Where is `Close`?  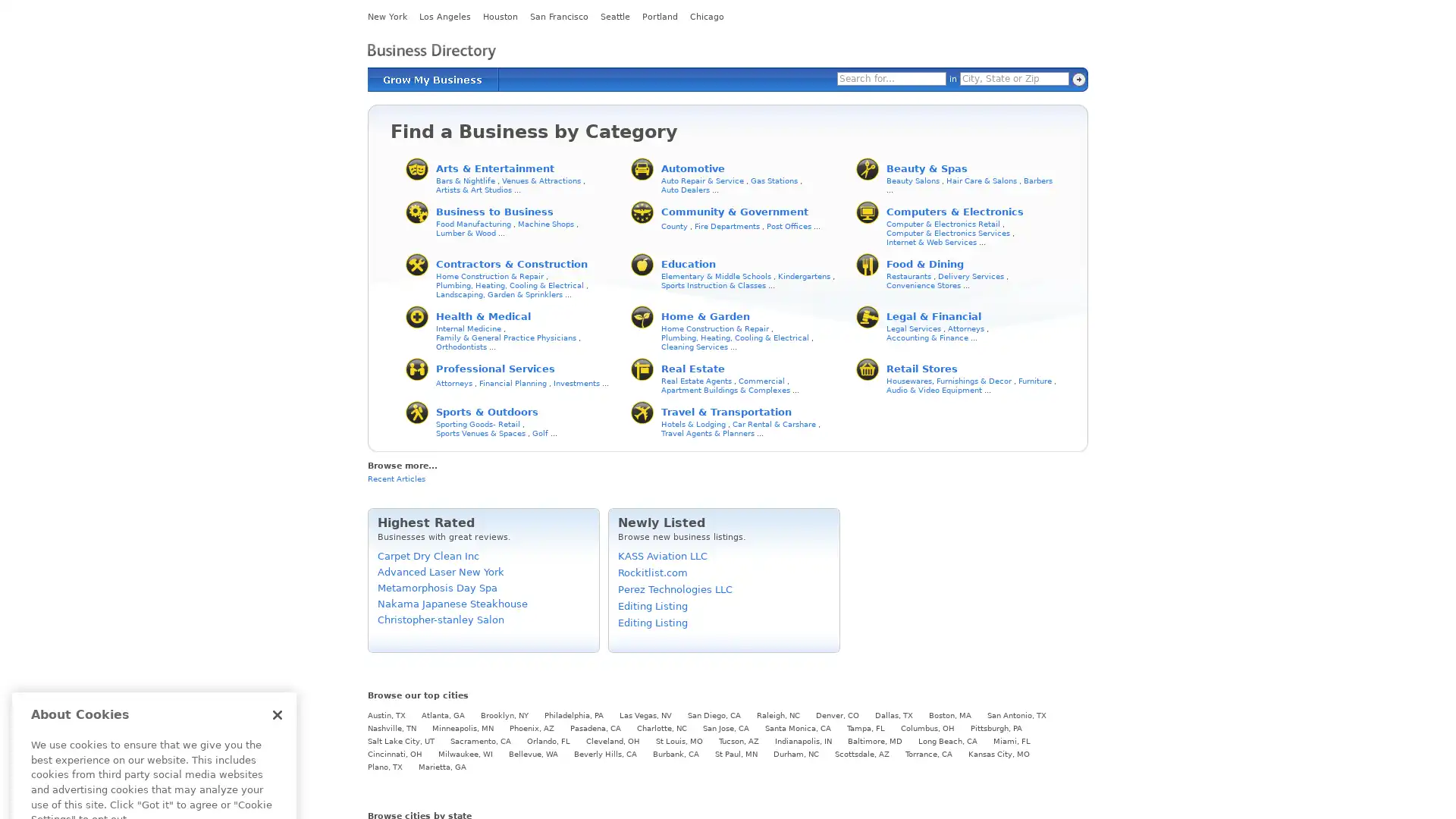
Close is located at coordinates (277, 568).